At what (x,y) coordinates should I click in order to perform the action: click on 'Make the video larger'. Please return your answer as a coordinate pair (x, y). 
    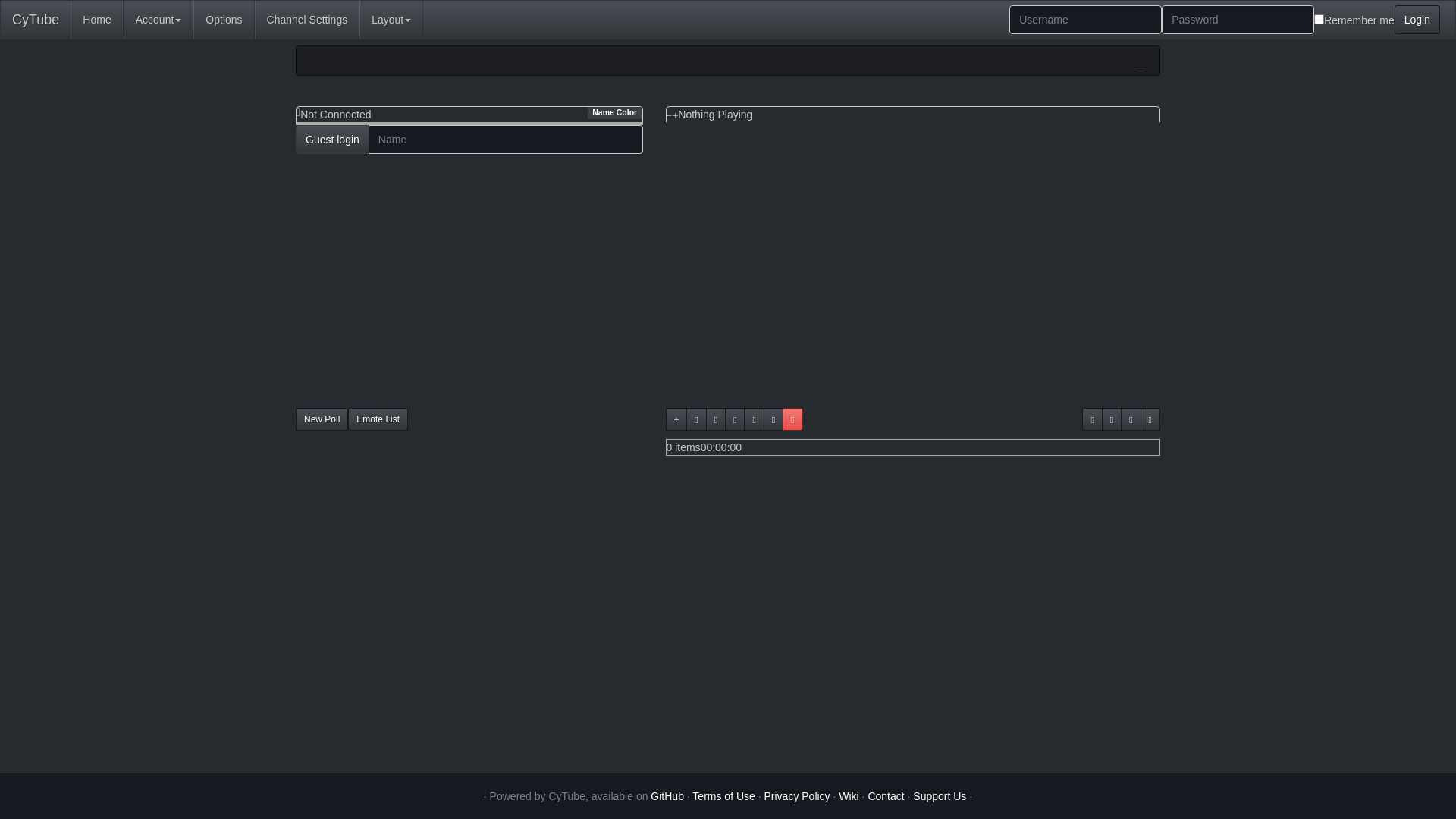
    Looking at the image, I should click on (671, 115).